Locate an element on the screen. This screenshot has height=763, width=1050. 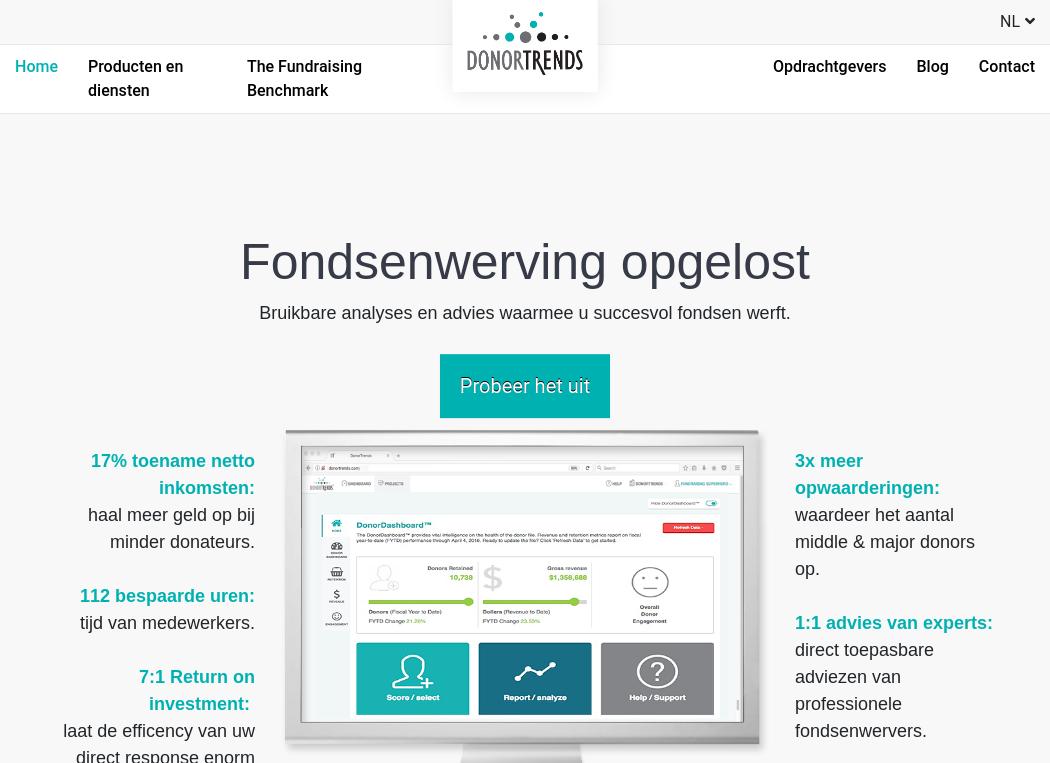
'3x meer opwaarderingen:' is located at coordinates (793, 473).